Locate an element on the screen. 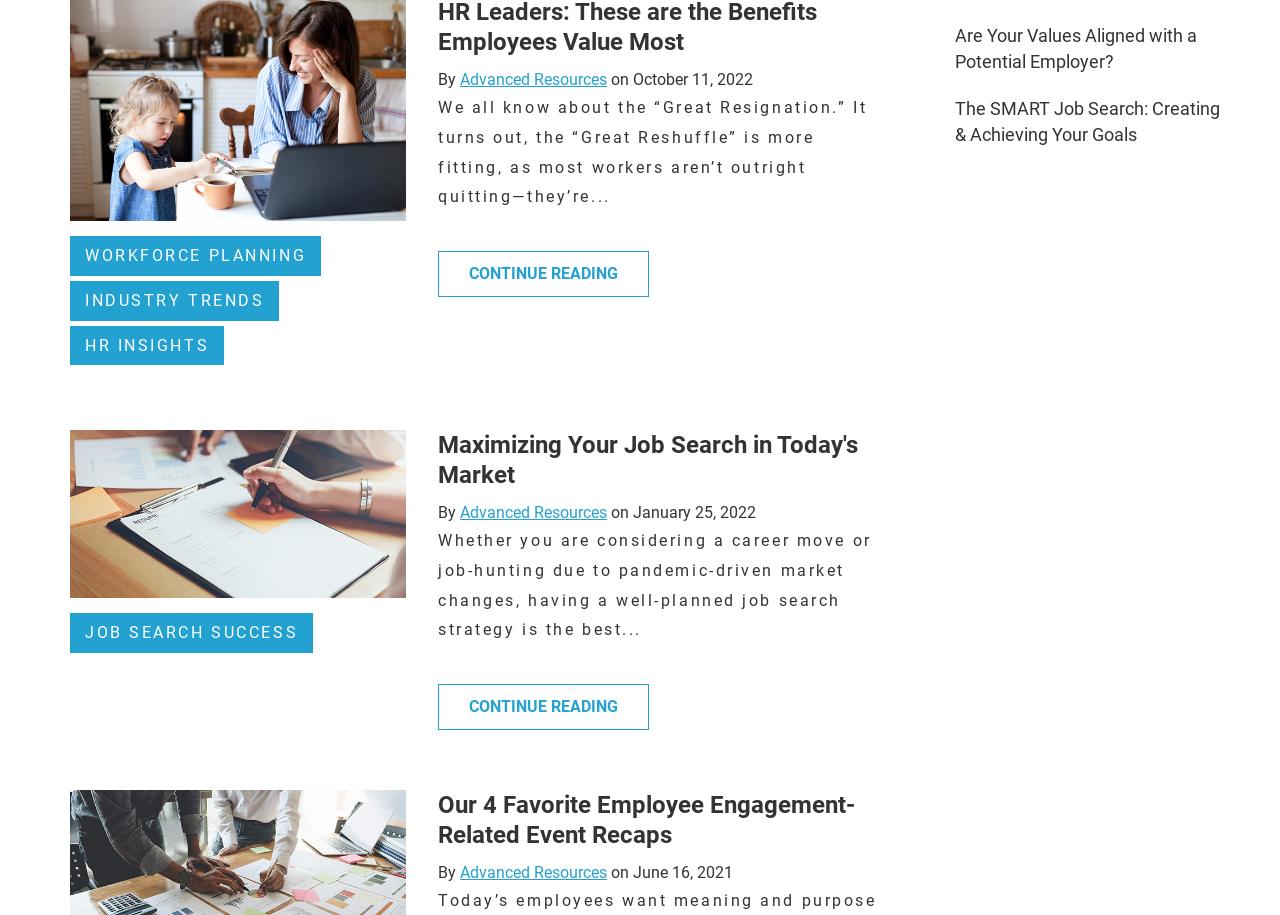  'Maximizing Your Job Search in Today's Market' is located at coordinates (647, 458).